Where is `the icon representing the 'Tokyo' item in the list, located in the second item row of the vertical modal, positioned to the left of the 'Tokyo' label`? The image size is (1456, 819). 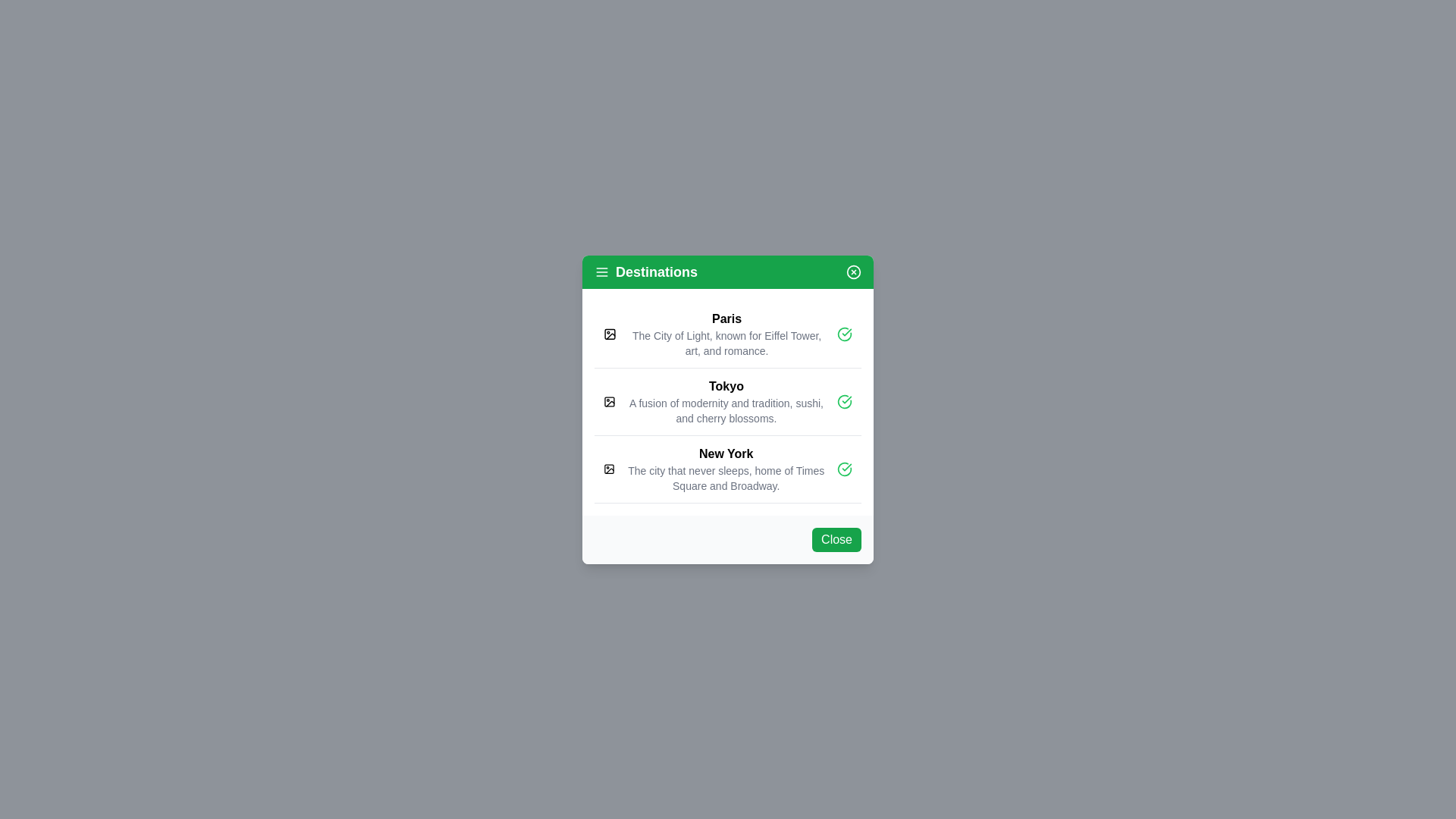
the icon representing the 'Tokyo' item in the list, located in the second item row of the vertical modal, positioned to the left of the 'Tokyo' label is located at coordinates (609, 400).